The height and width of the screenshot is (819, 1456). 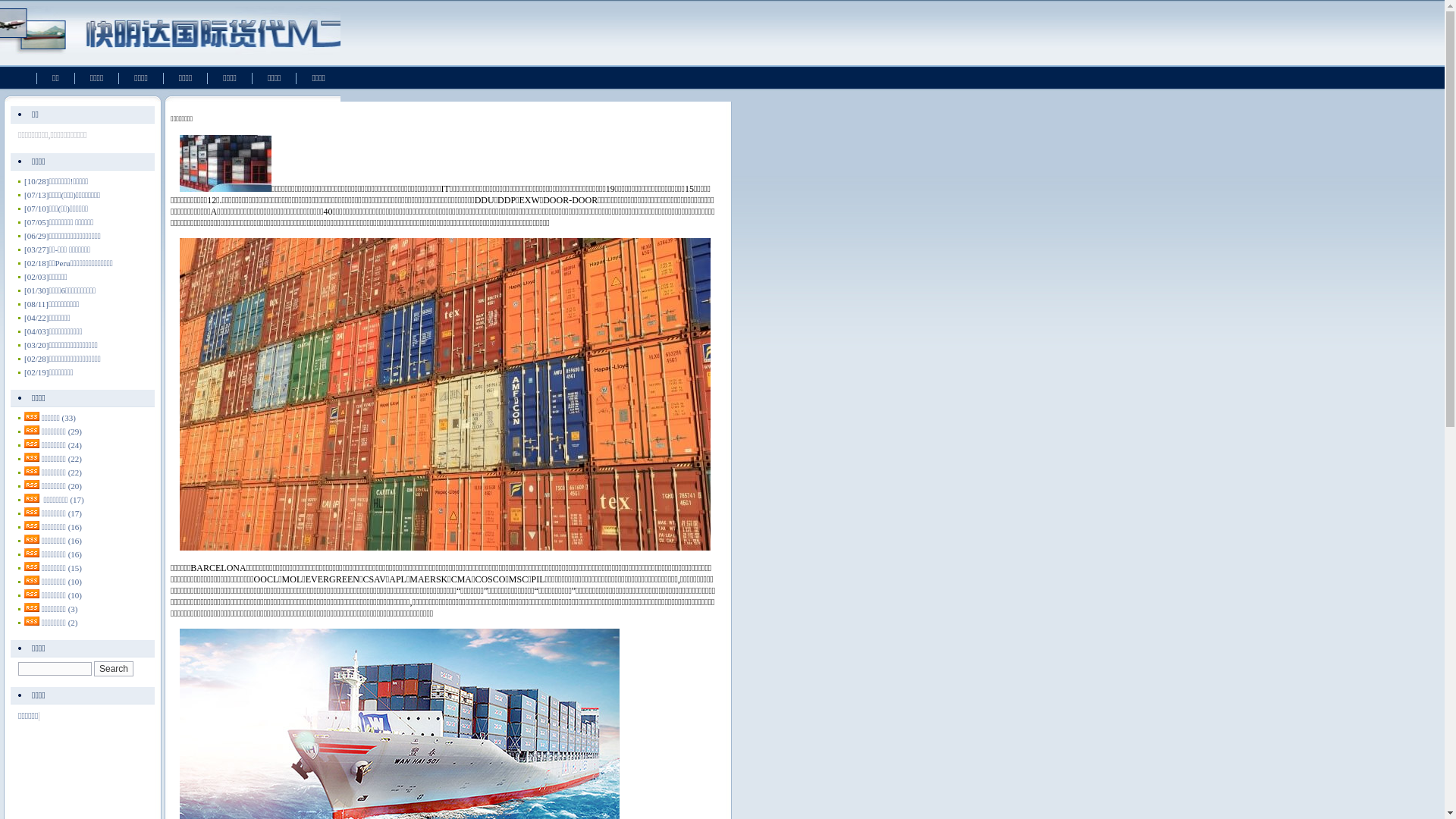 I want to click on 'rss', so click(x=32, y=456).